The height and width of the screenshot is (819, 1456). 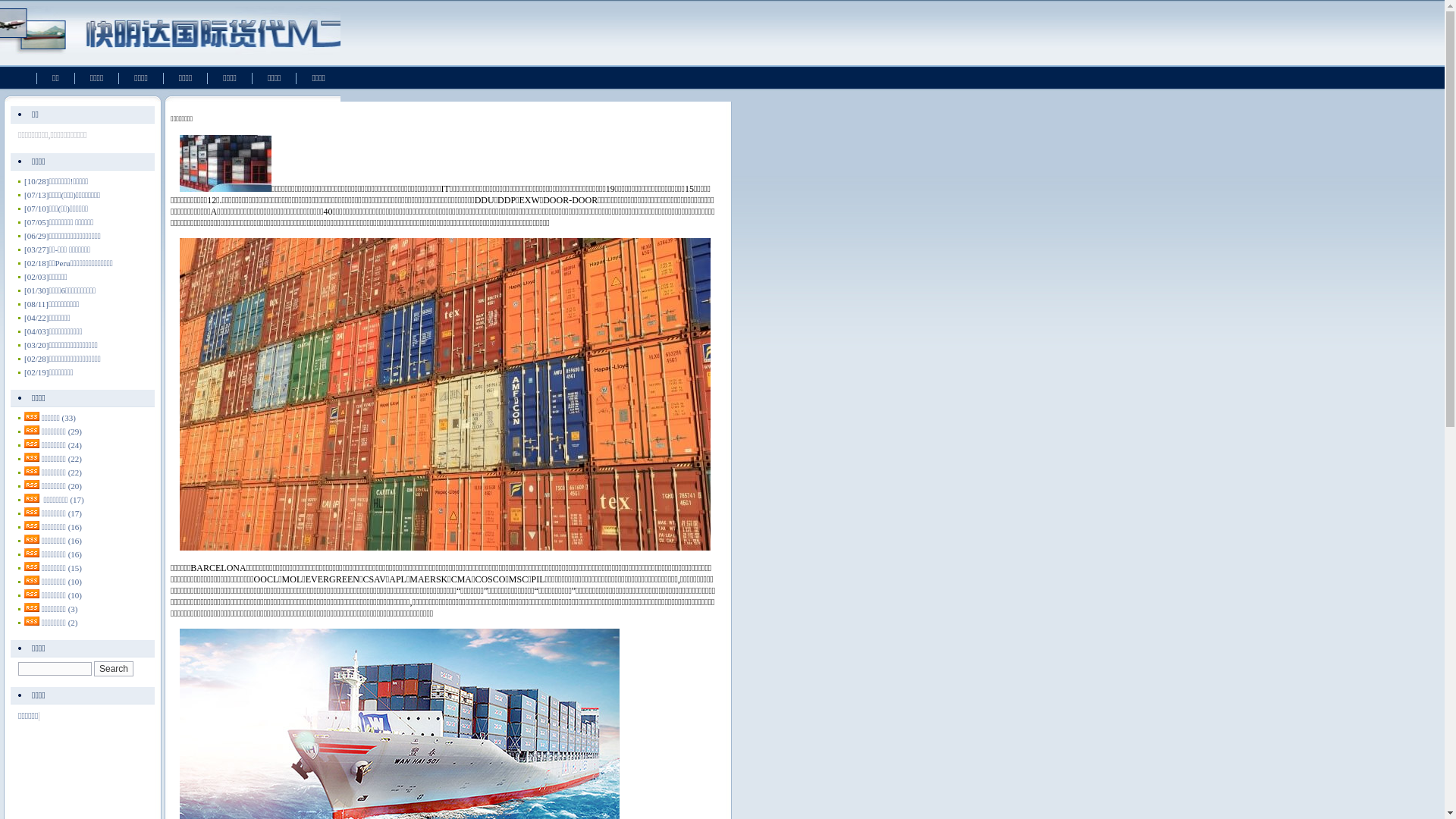 I want to click on 'rss', so click(x=32, y=456).